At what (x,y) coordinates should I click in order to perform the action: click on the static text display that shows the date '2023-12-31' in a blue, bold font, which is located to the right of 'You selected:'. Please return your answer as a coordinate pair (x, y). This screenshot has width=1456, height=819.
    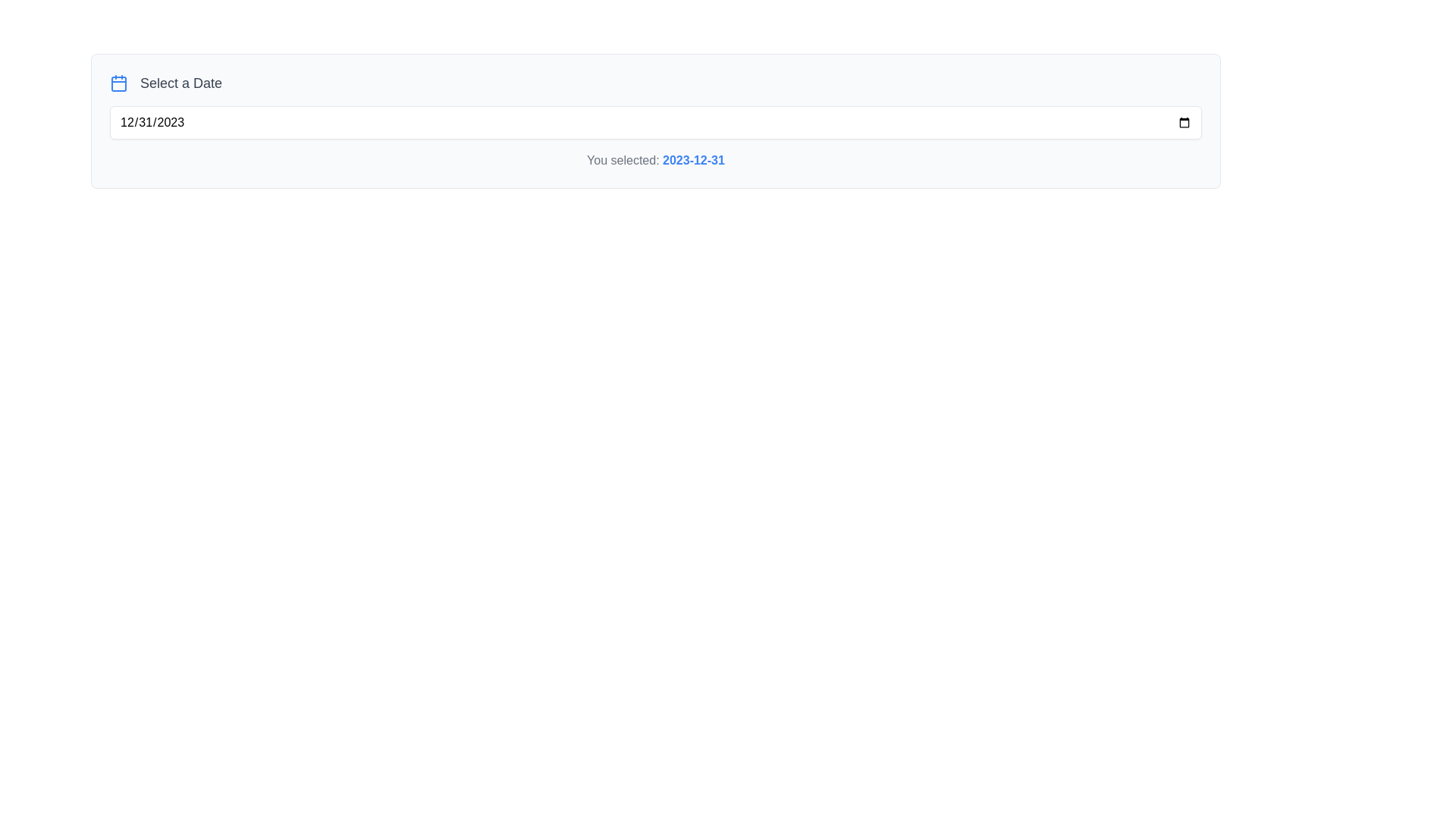
    Looking at the image, I should click on (692, 160).